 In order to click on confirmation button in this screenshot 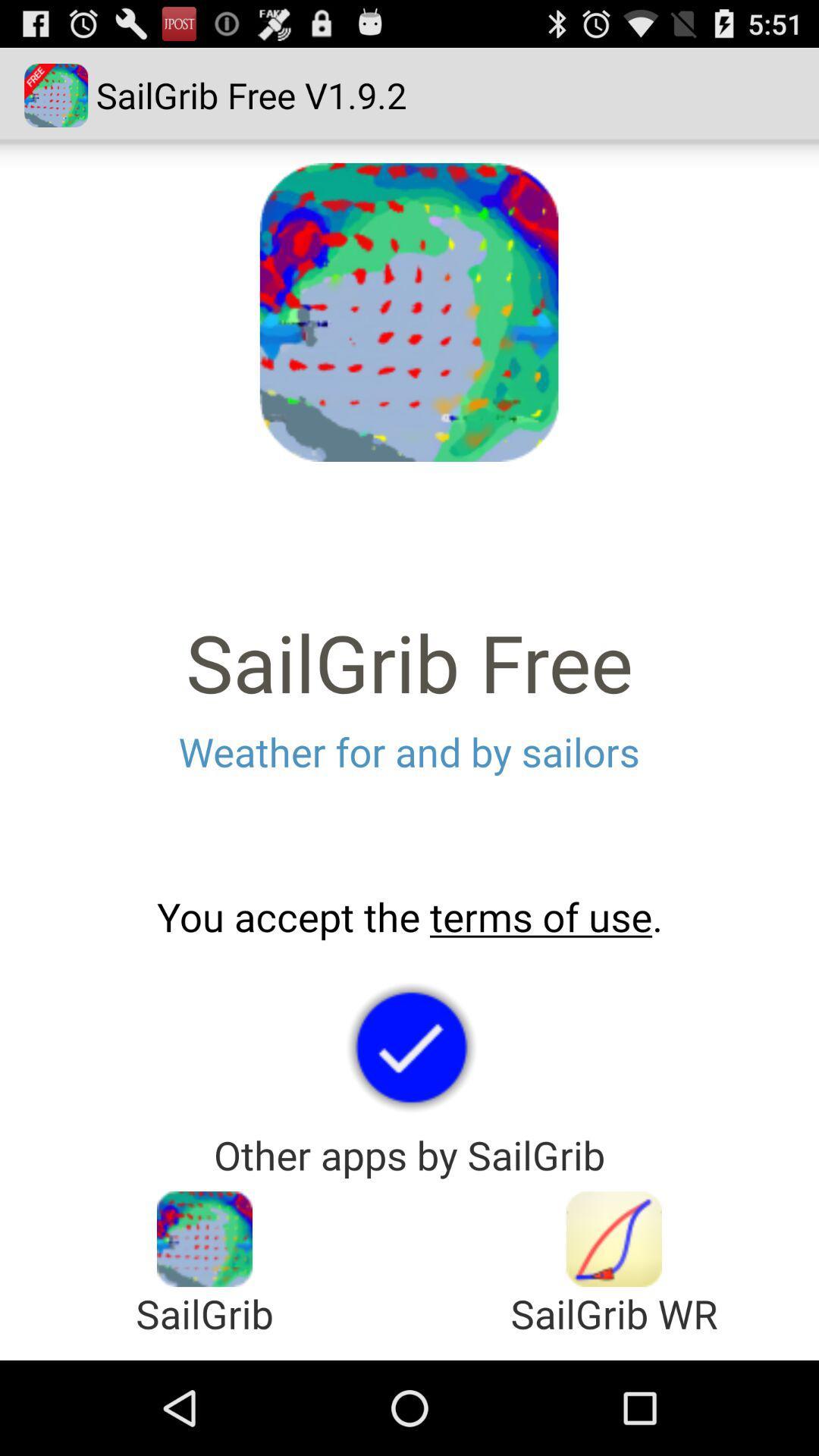, I will do `click(409, 1046)`.